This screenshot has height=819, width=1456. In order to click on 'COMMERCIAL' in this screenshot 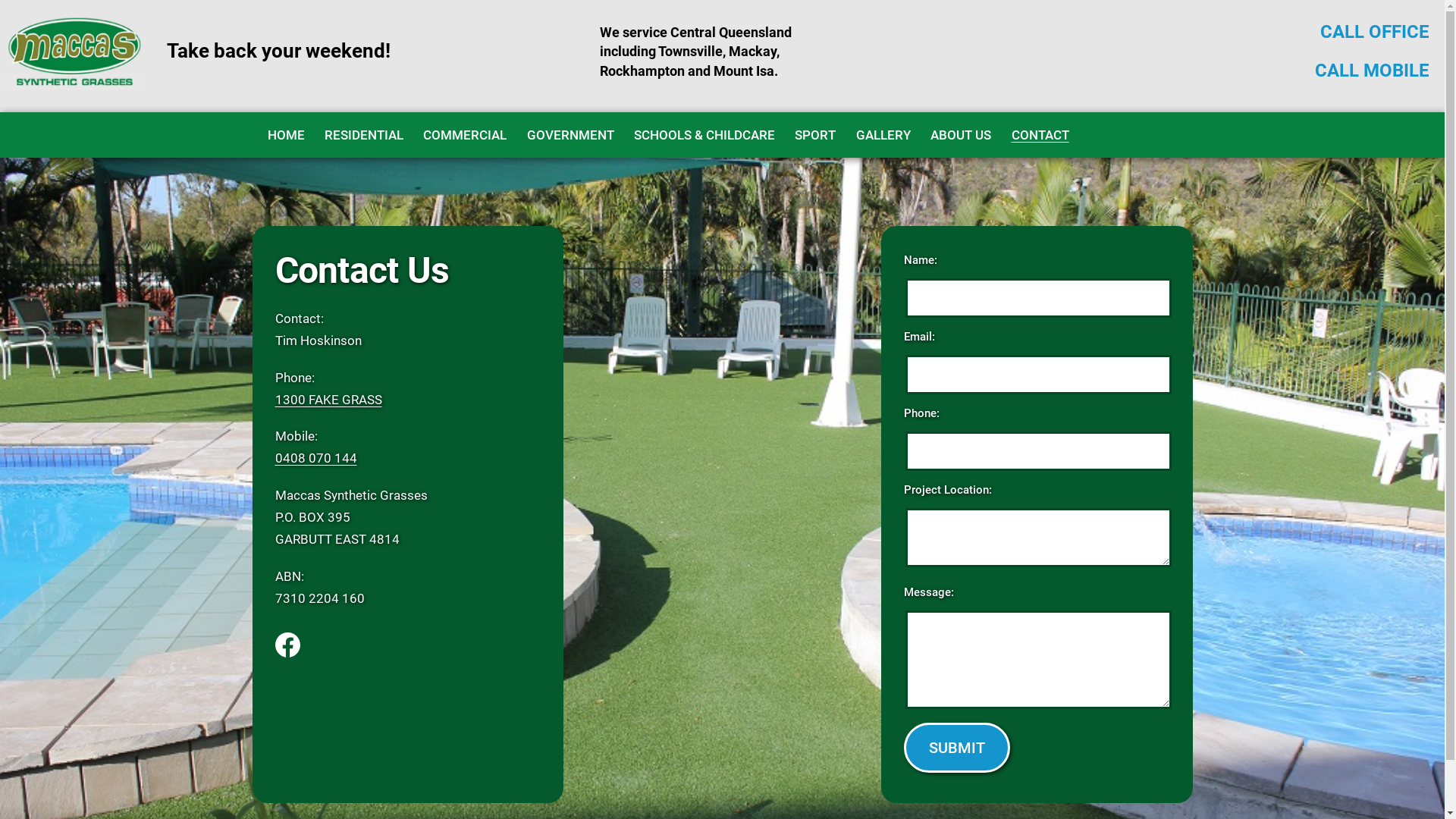, I will do `click(464, 133)`.